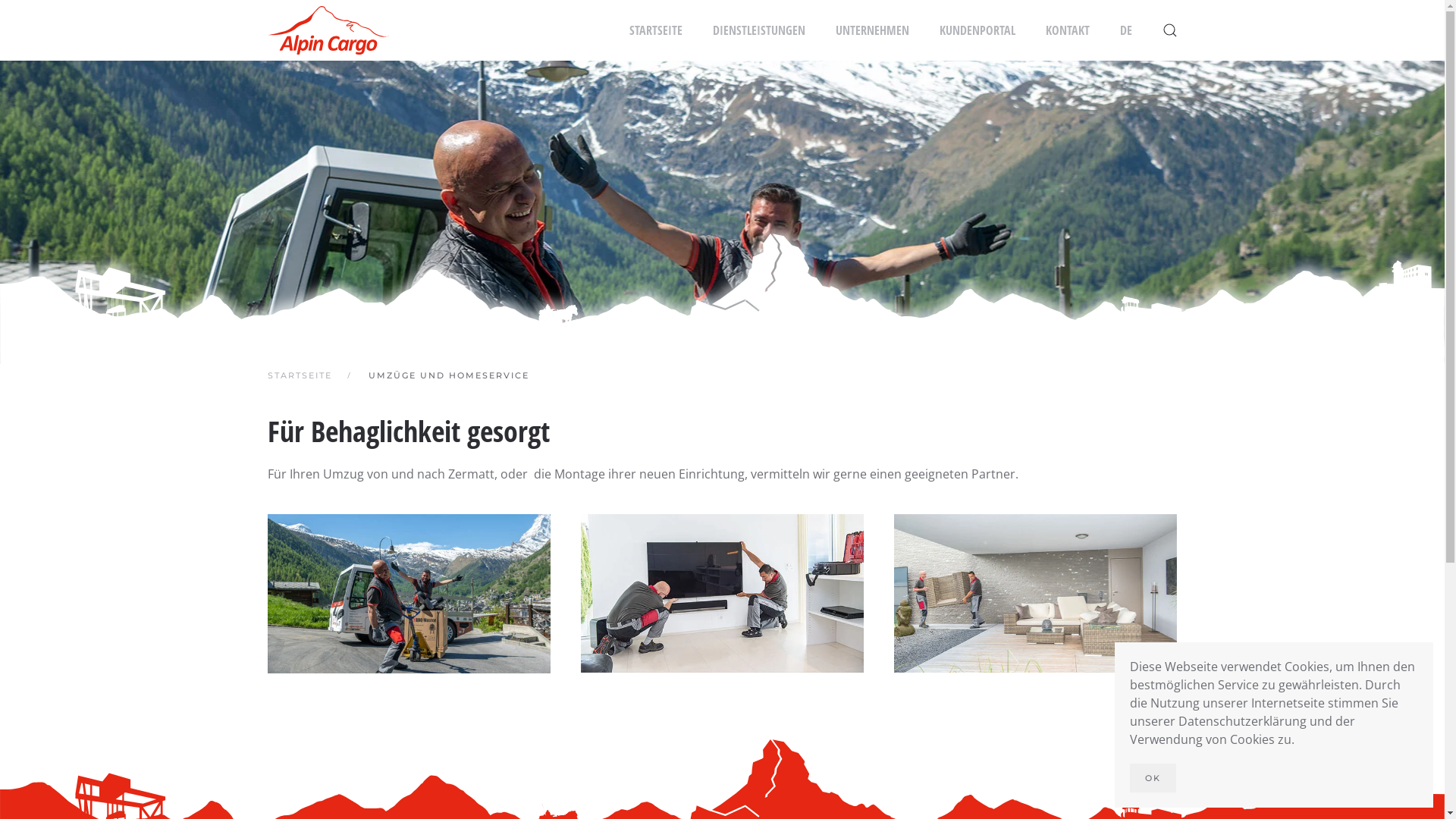 This screenshot has height=819, width=1456. Describe the element at coordinates (712, 30) in the screenshot. I see `'DIENSTLEISTUNGEN'` at that location.